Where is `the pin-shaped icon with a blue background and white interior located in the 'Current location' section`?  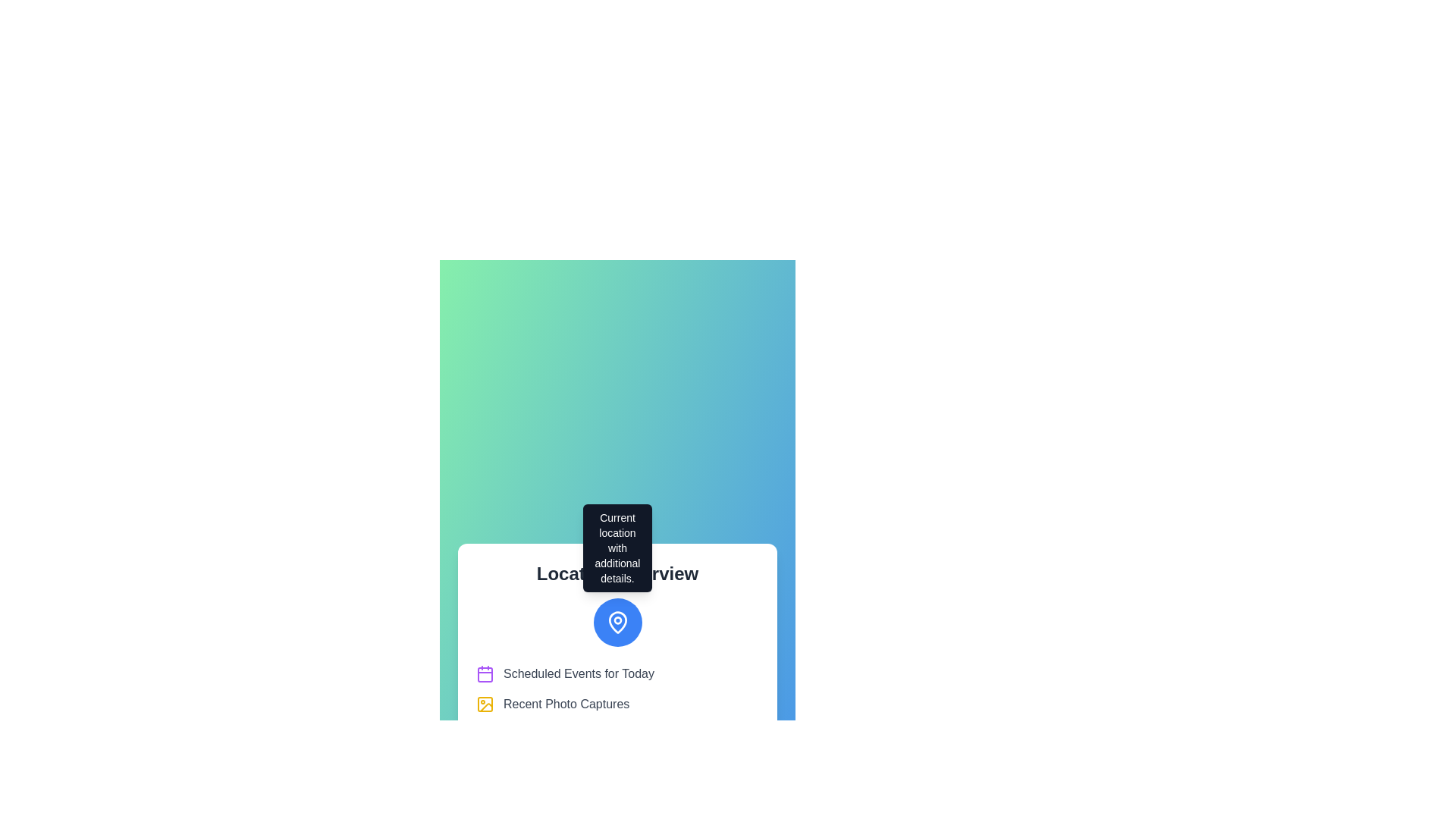 the pin-shaped icon with a blue background and white interior located in the 'Current location' section is located at coordinates (617, 623).